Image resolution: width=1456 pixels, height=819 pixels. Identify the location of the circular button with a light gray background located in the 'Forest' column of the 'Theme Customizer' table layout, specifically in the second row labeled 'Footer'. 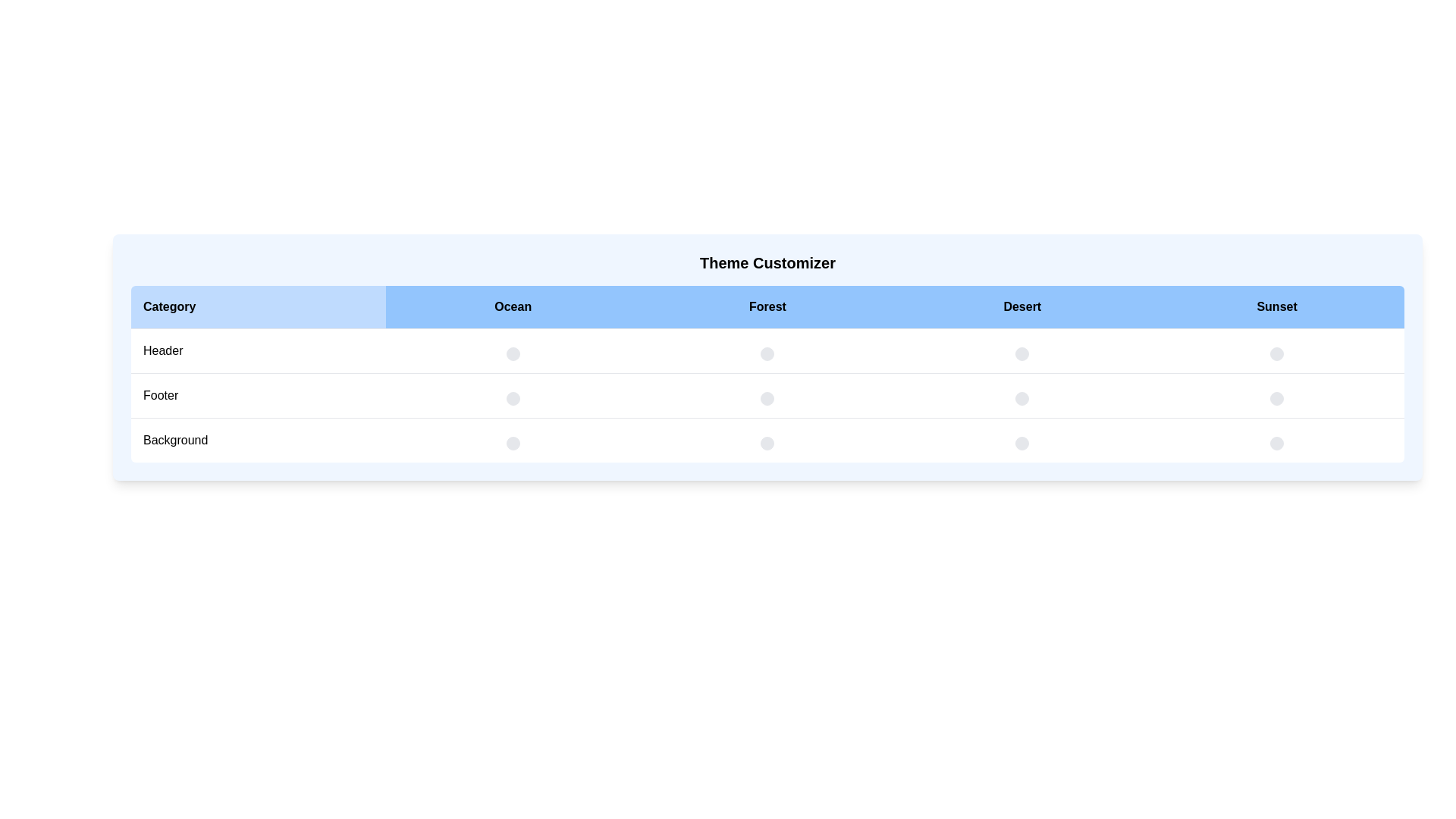
(767, 353).